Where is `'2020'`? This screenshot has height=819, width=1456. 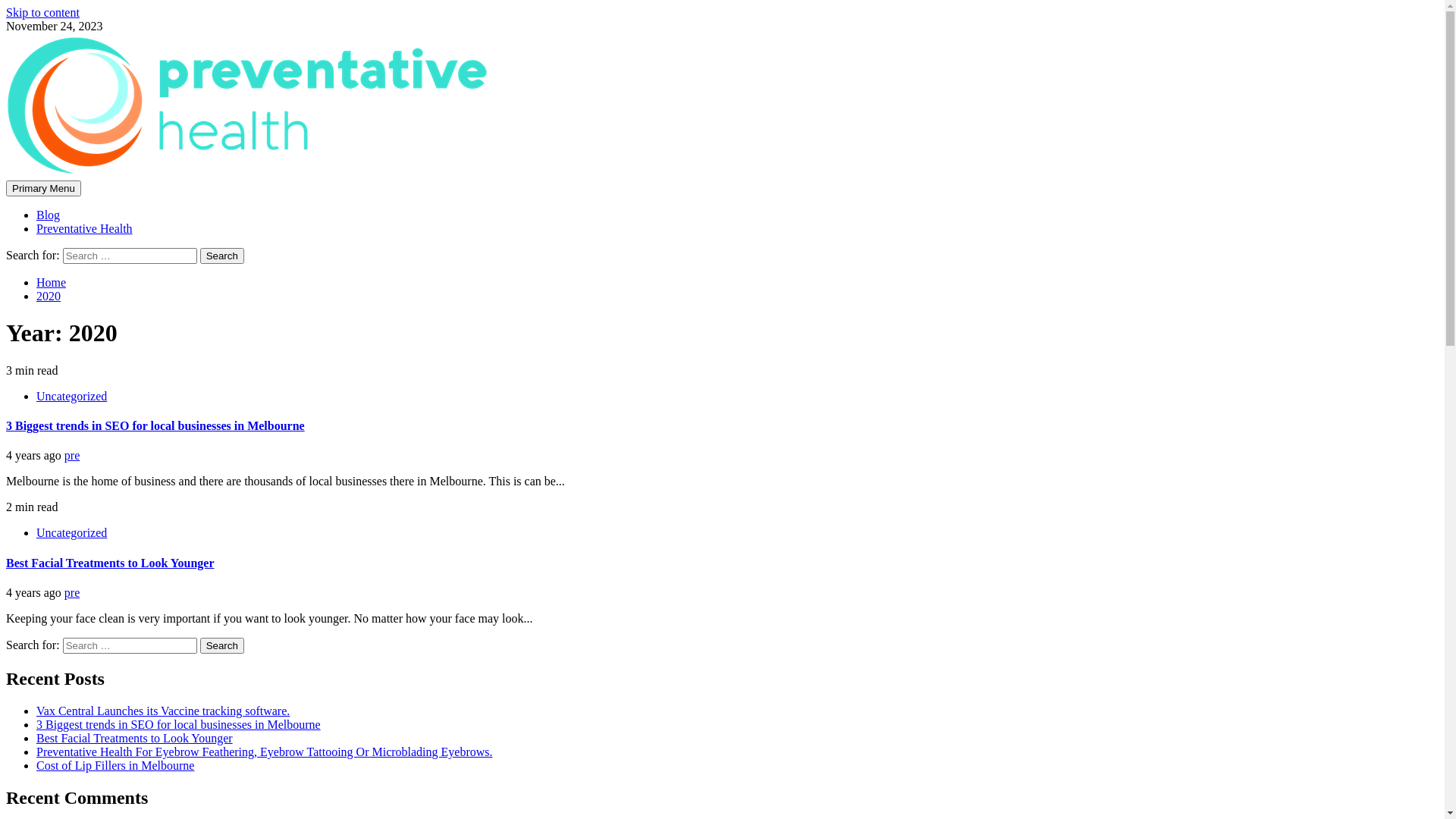 '2020' is located at coordinates (48, 296).